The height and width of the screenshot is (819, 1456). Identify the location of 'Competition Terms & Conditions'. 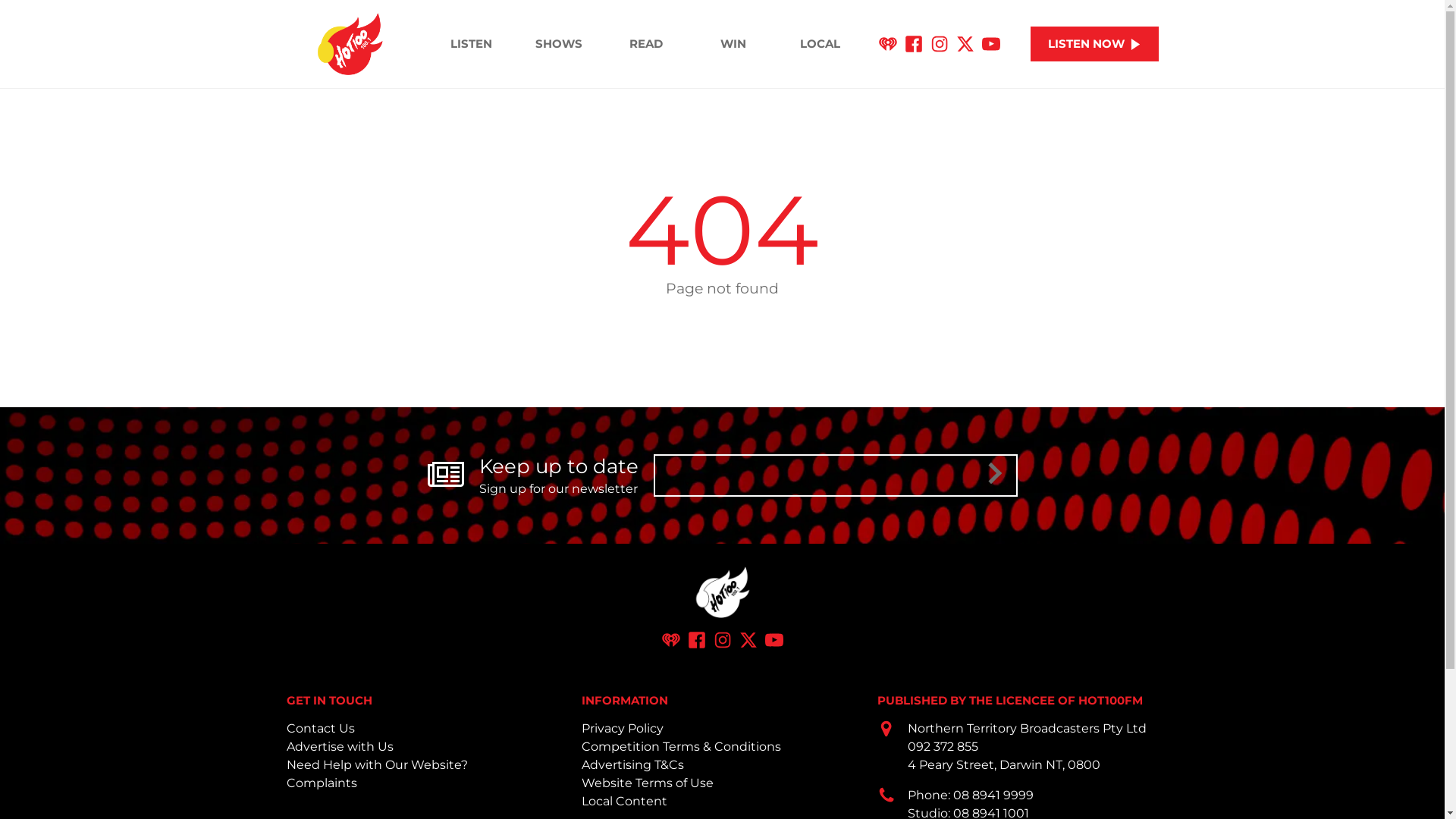
(680, 745).